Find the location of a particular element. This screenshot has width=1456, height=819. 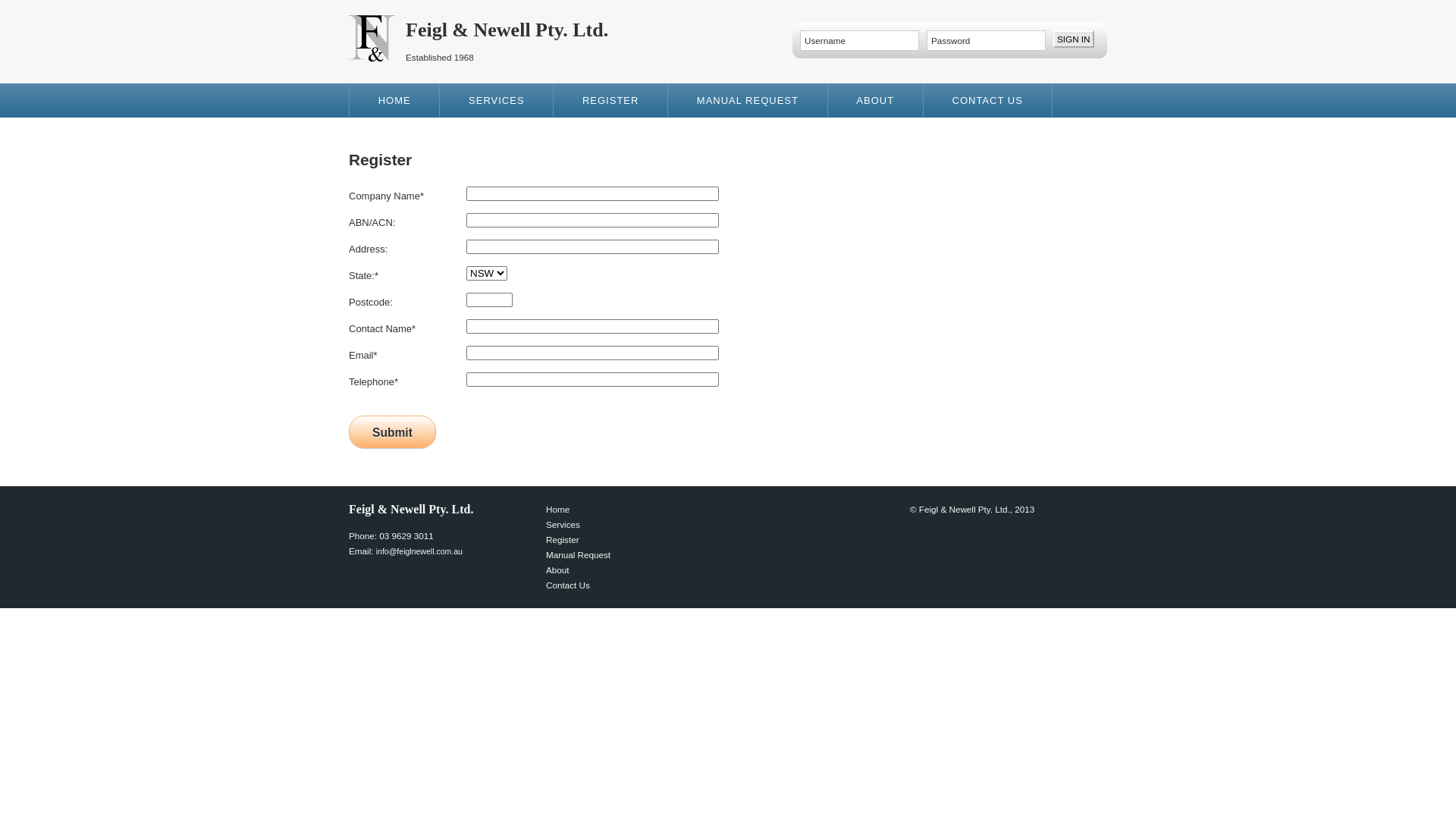

'info@feiglnewell.com.au' is located at coordinates (419, 551).